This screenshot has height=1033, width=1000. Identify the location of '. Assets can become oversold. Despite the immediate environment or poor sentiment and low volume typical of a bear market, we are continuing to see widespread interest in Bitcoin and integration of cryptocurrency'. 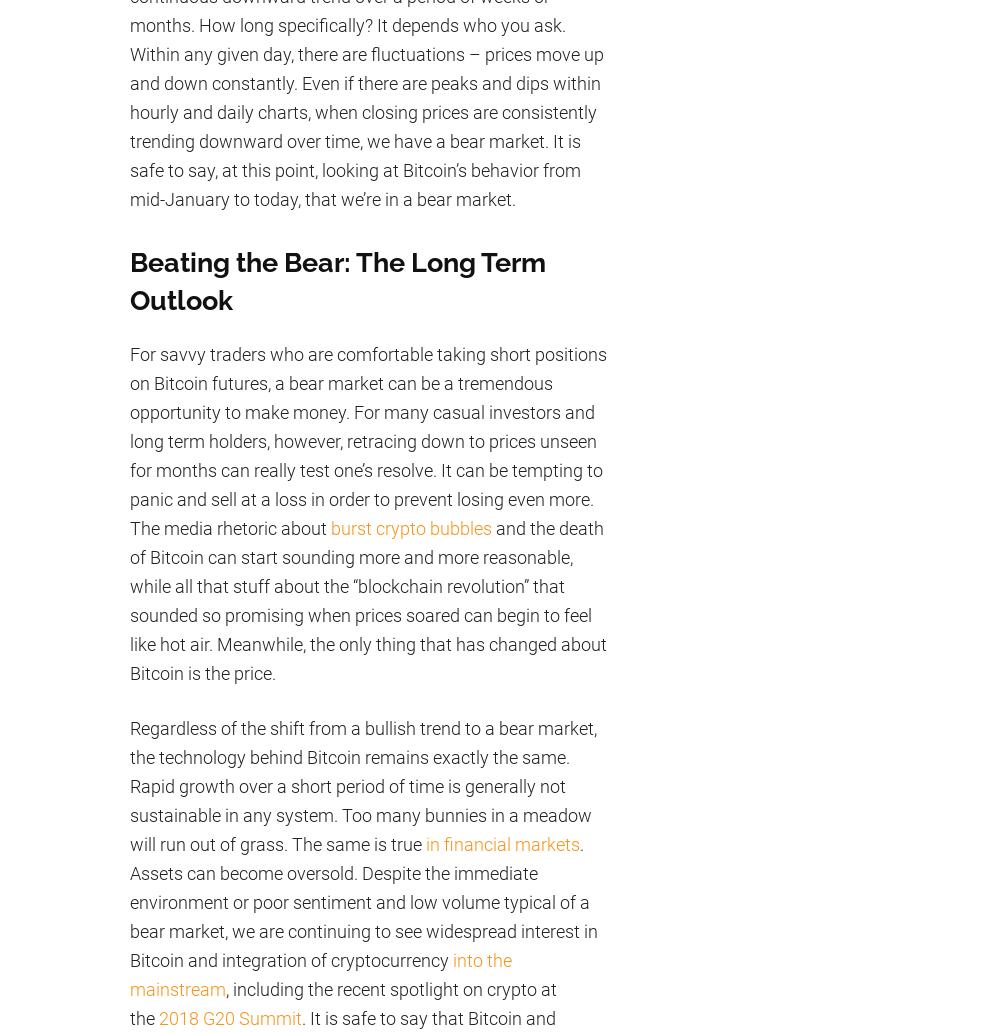
(363, 900).